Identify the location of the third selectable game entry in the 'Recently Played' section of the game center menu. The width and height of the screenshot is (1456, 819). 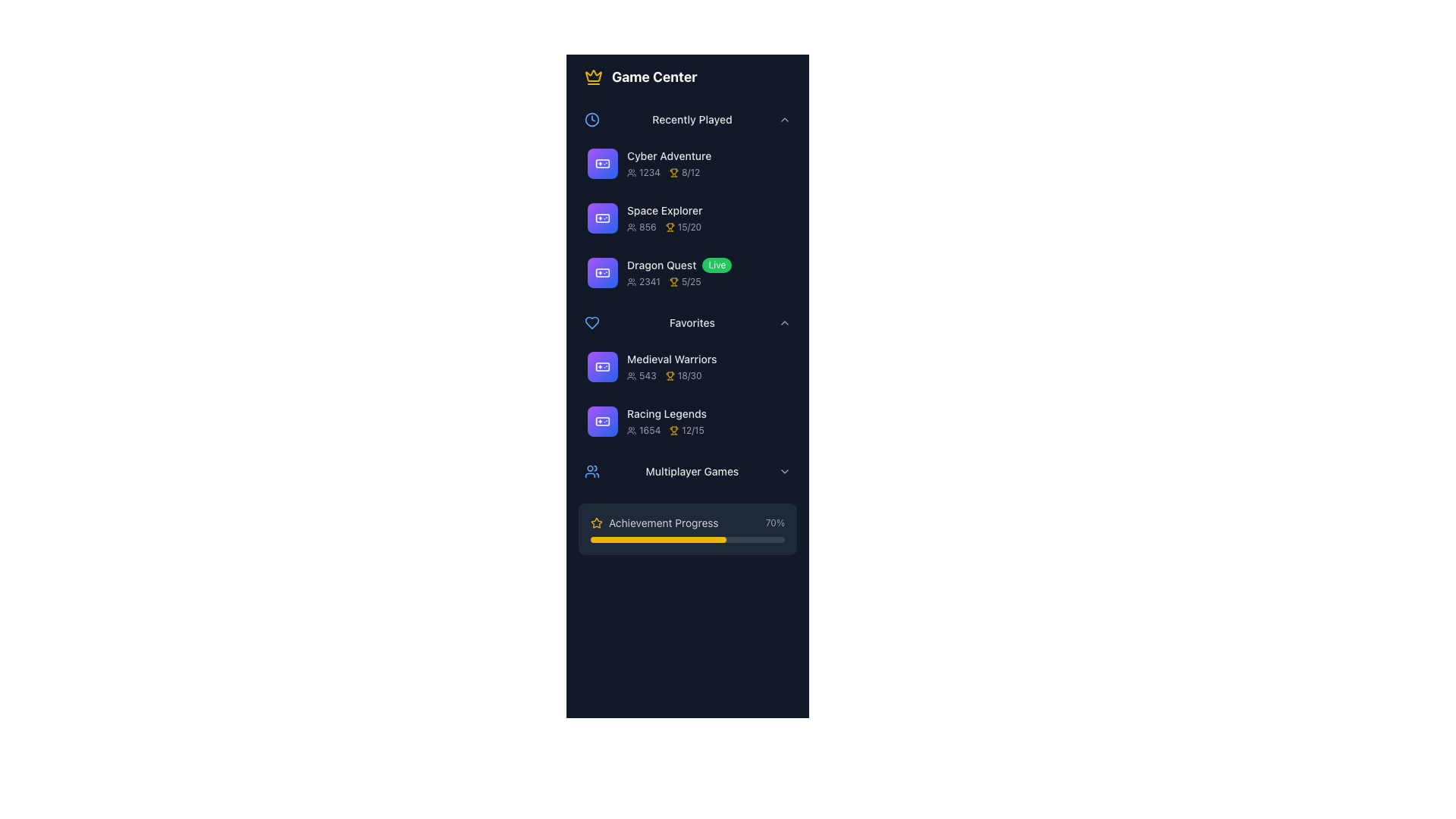
(687, 271).